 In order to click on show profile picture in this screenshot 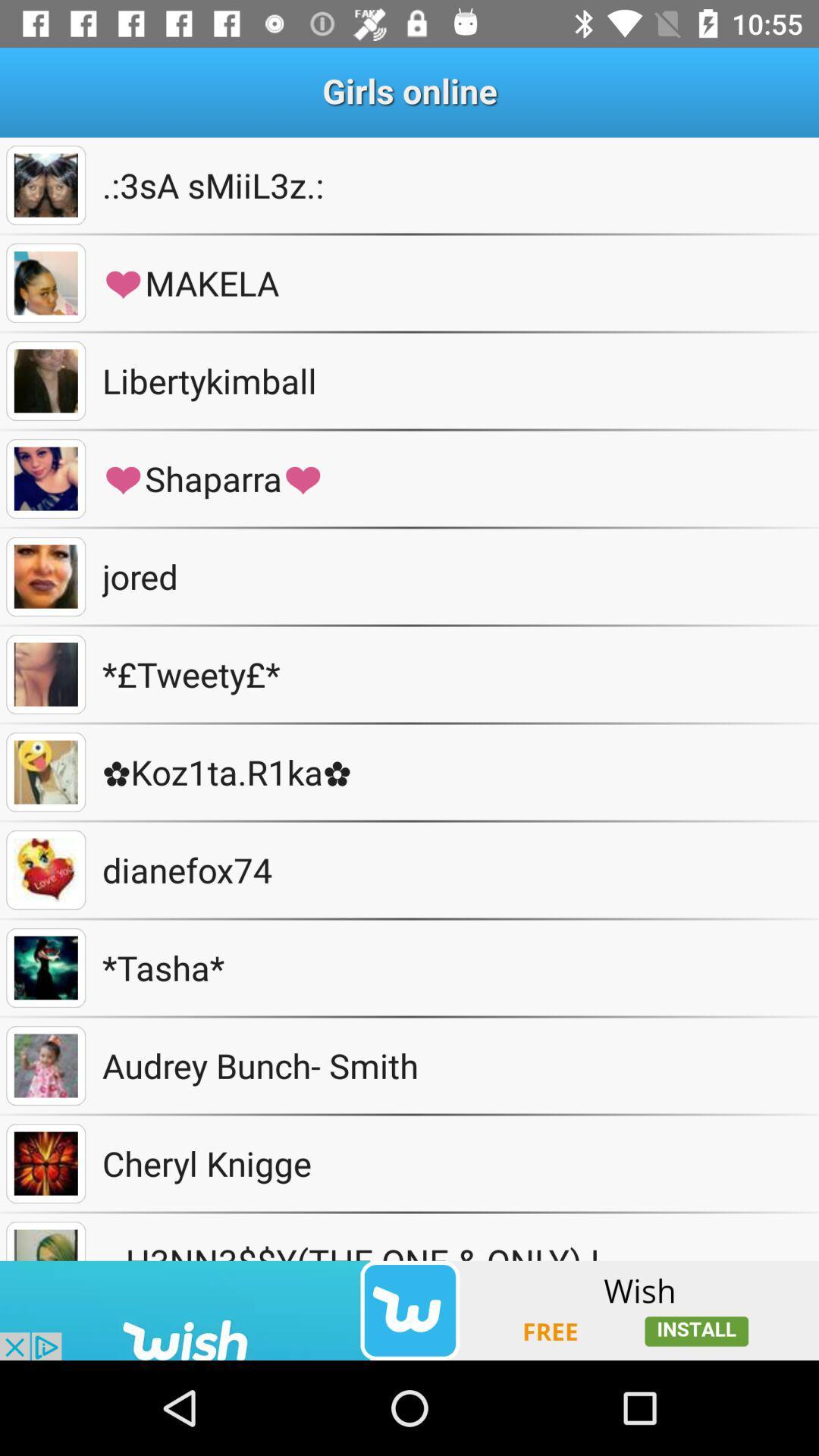, I will do `click(45, 772)`.